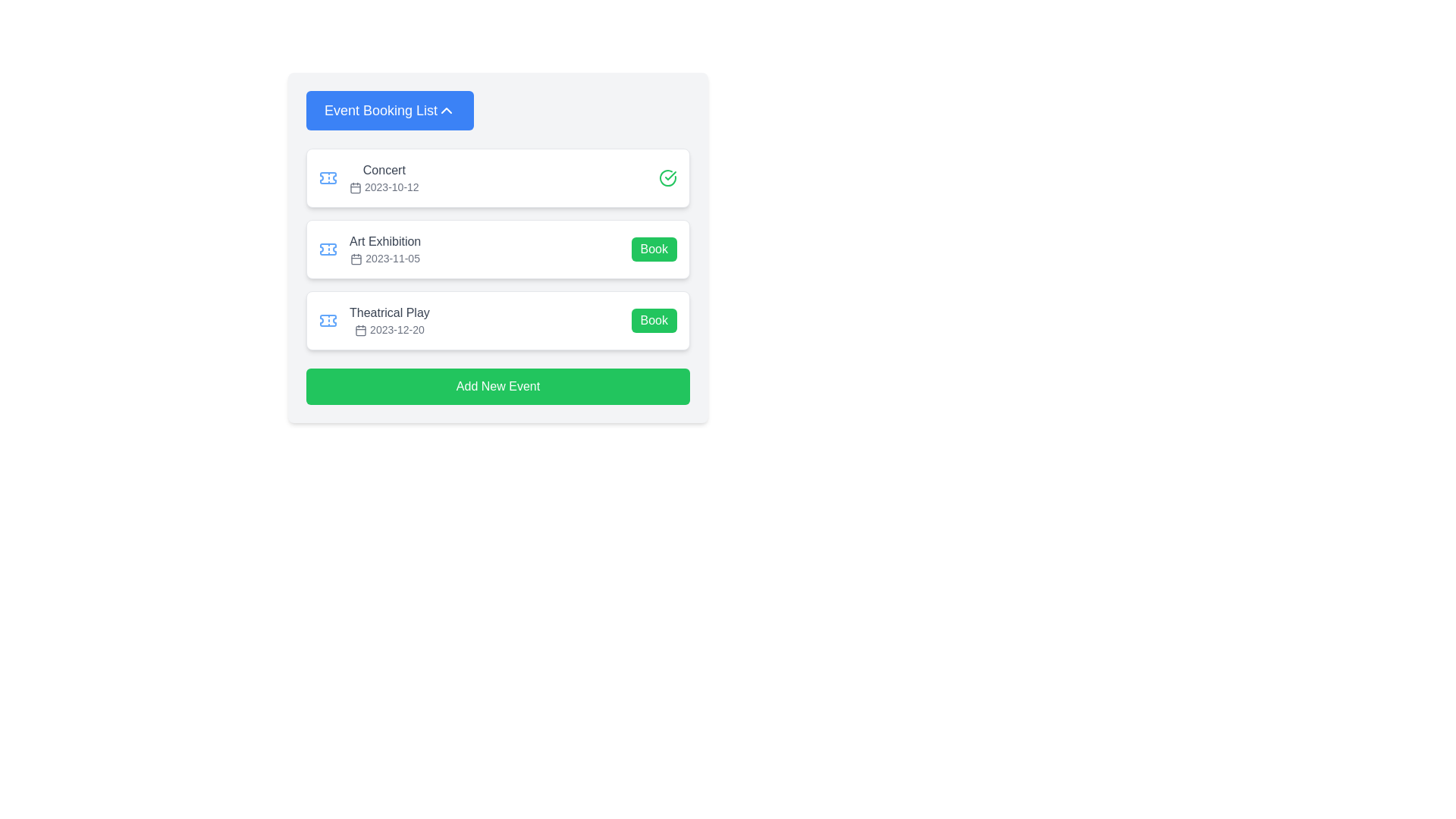  I want to click on the button located in the bottom-right corner of the card displaying the event 'Theatrical Play' to book the event, so click(654, 320).